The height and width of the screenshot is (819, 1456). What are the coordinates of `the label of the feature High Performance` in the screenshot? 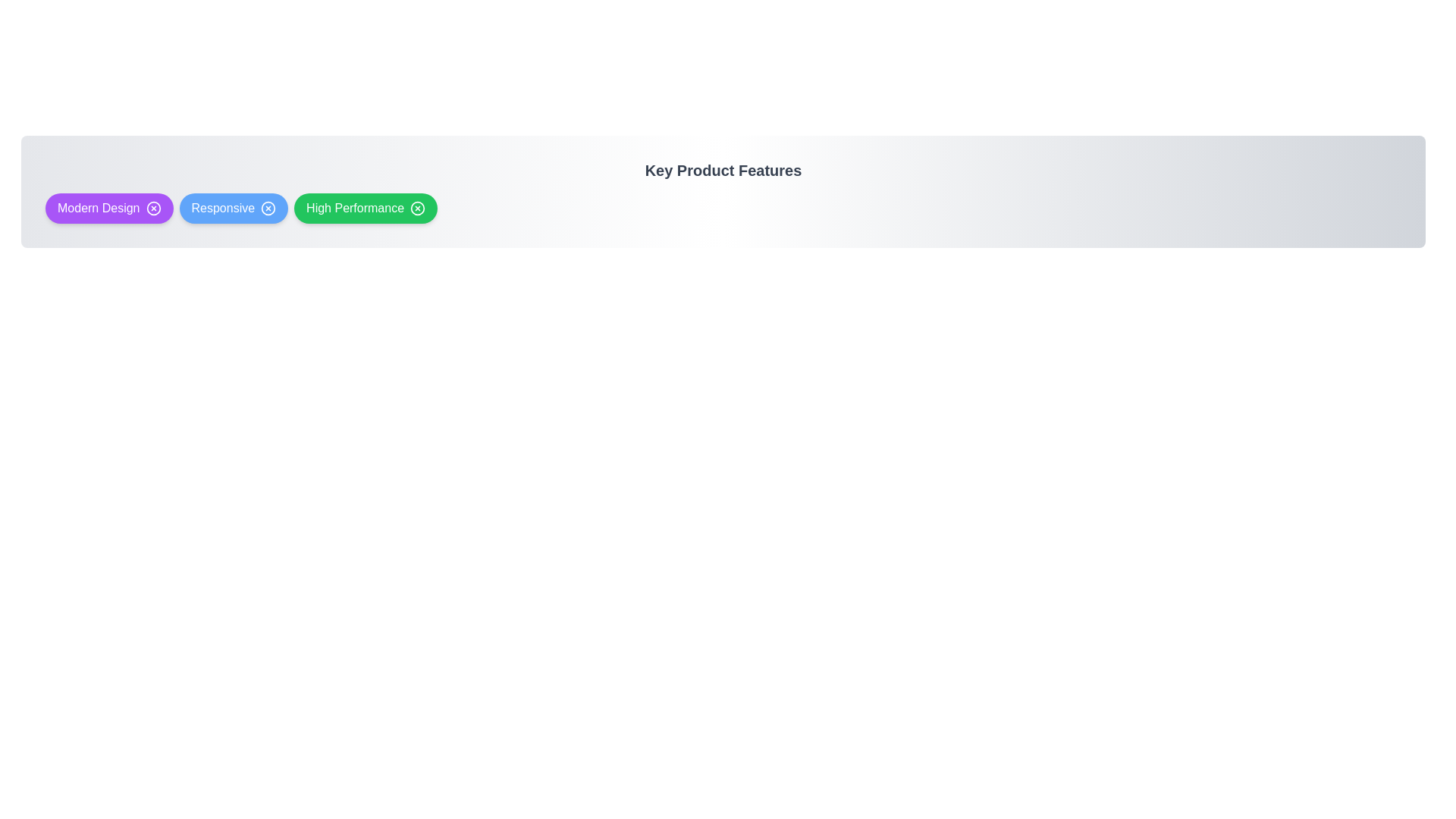 It's located at (354, 208).